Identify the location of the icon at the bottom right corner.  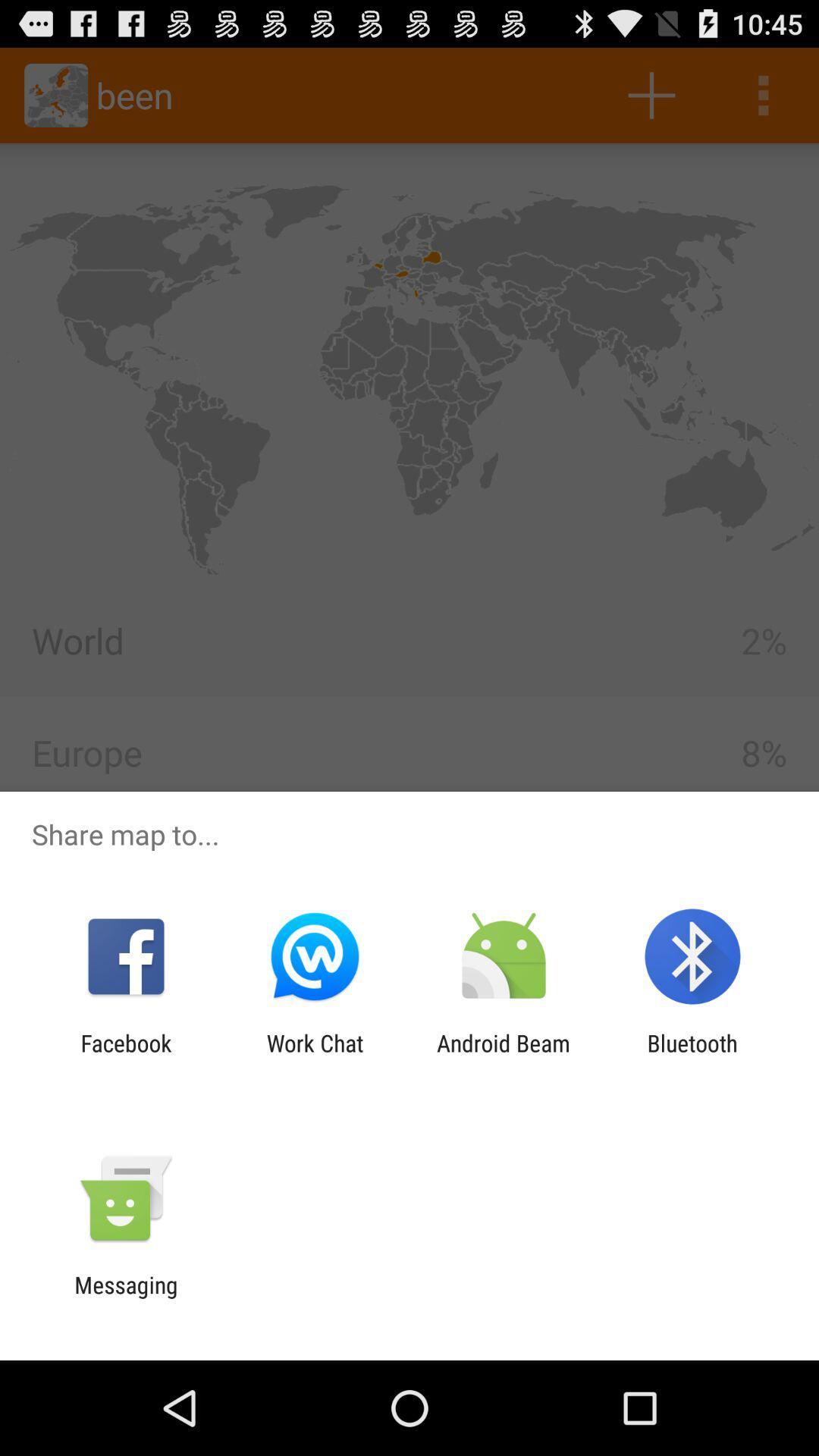
(692, 1056).